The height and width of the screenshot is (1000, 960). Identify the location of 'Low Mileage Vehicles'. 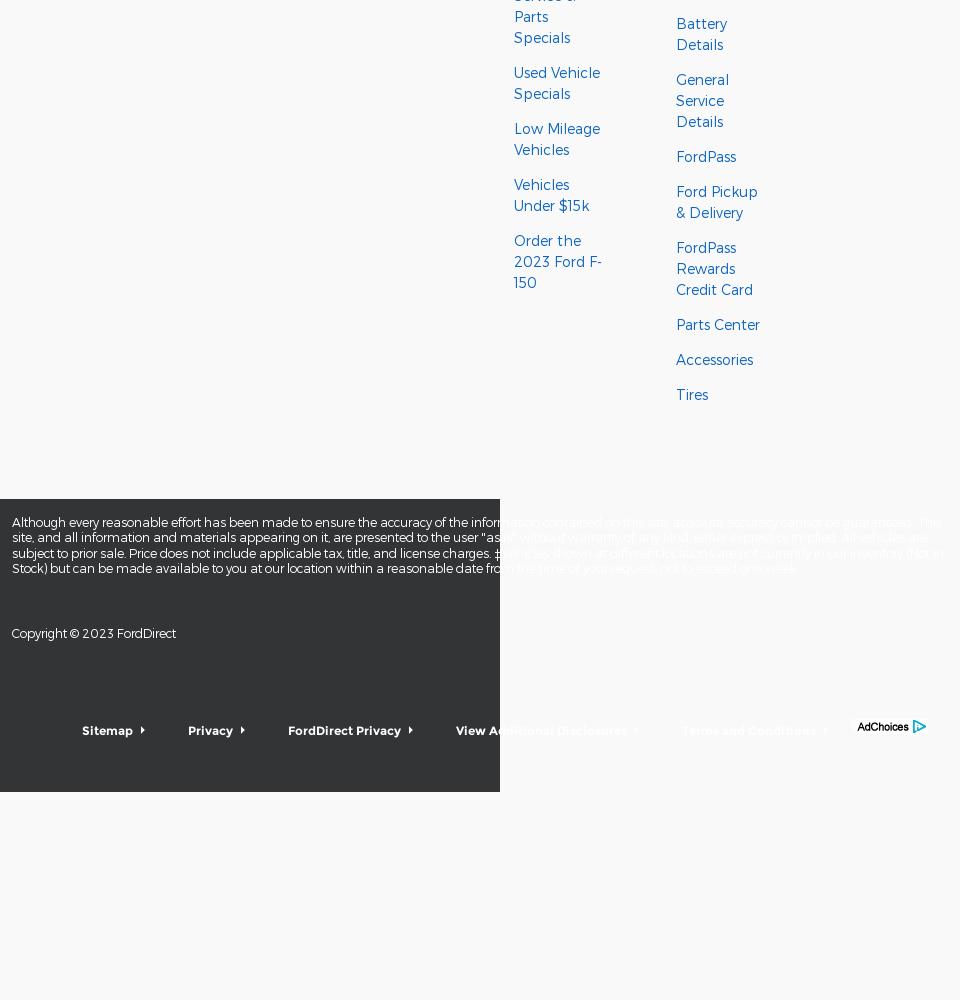
(556, 139).